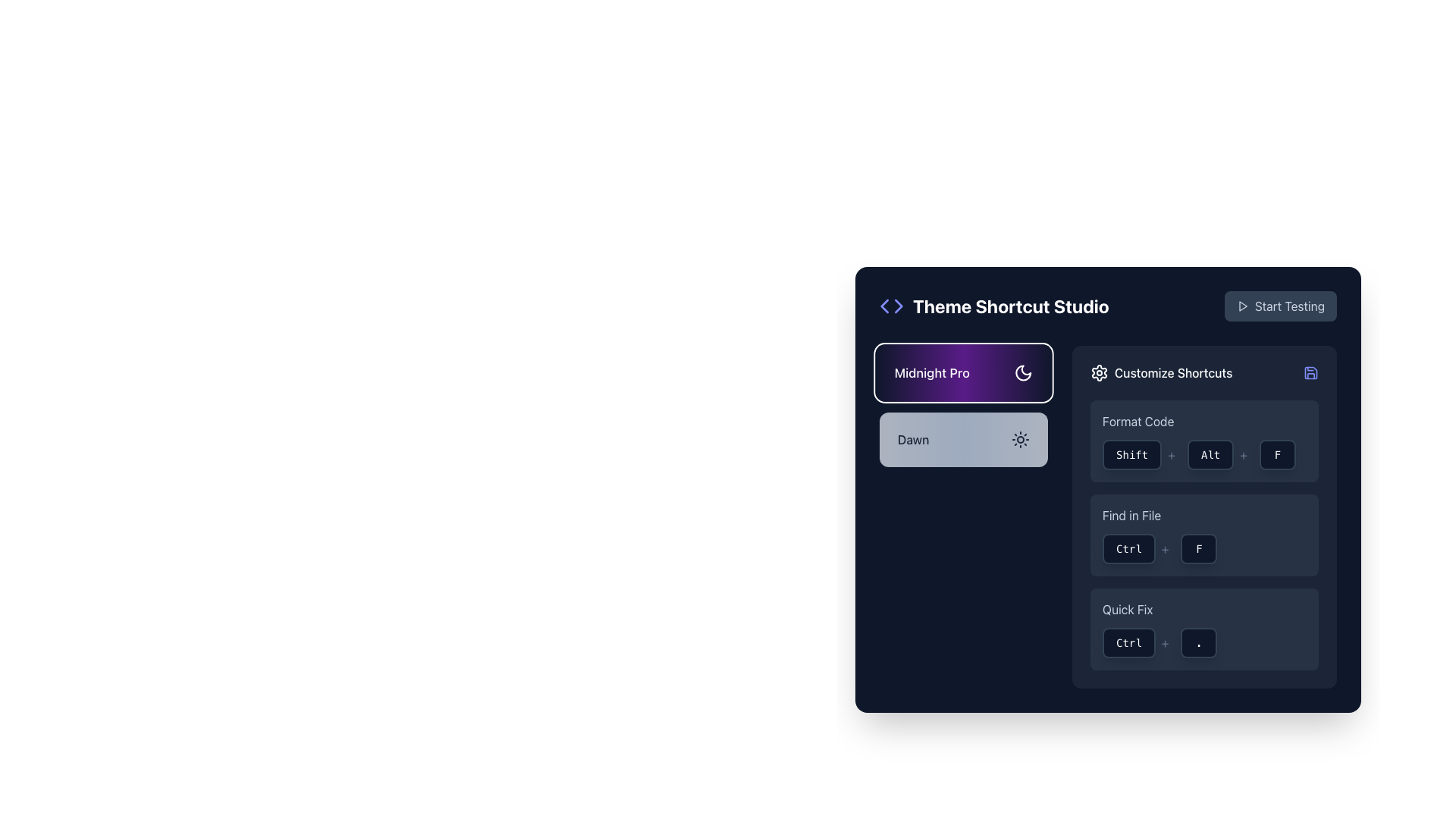  What do you see at coordinates (1099, 373) in the screenshot?
I see `the graphical settings icon located to the right of the 'Theme Shortcut Studio' title in the upper-right section of the interface` at bounding box center [1099, 373].